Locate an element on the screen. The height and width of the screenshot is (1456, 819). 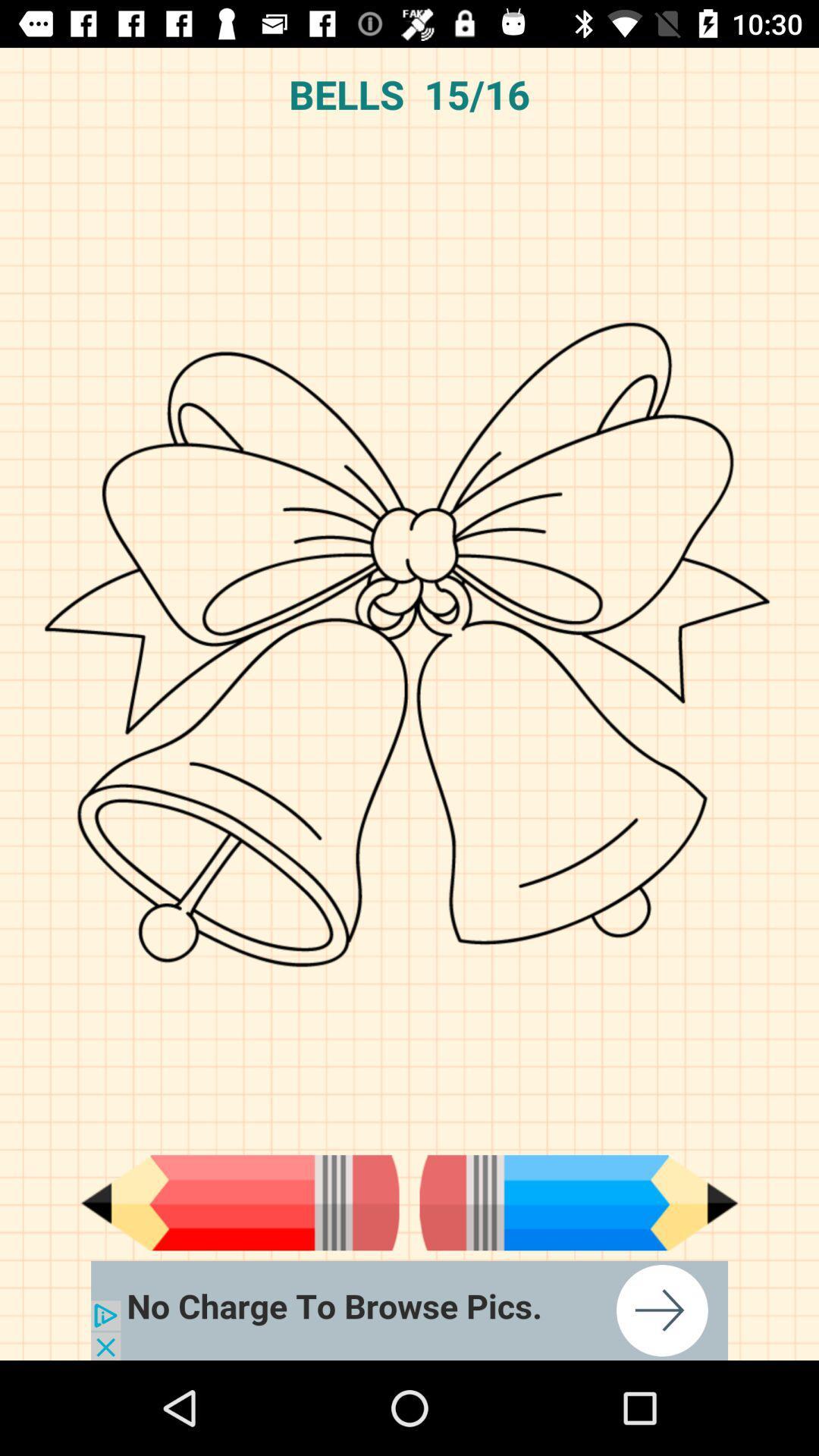
go forward is located at coordinates (579, 1202).